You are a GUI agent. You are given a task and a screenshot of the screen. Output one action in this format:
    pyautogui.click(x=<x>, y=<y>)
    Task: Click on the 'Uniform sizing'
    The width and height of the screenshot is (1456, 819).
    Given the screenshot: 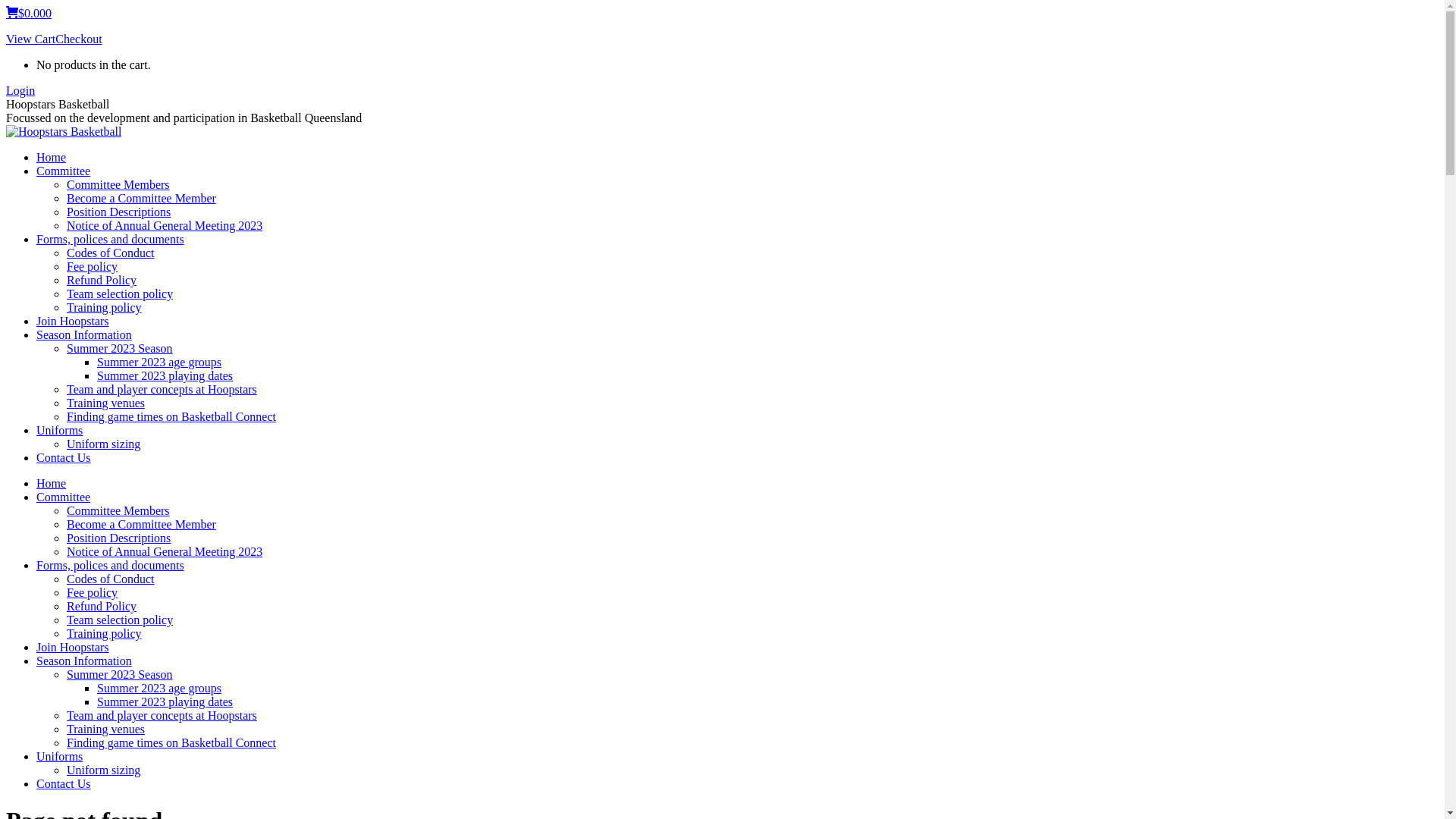 What is the action you would take?
    pyautogui.click(x=102, y=444)
    